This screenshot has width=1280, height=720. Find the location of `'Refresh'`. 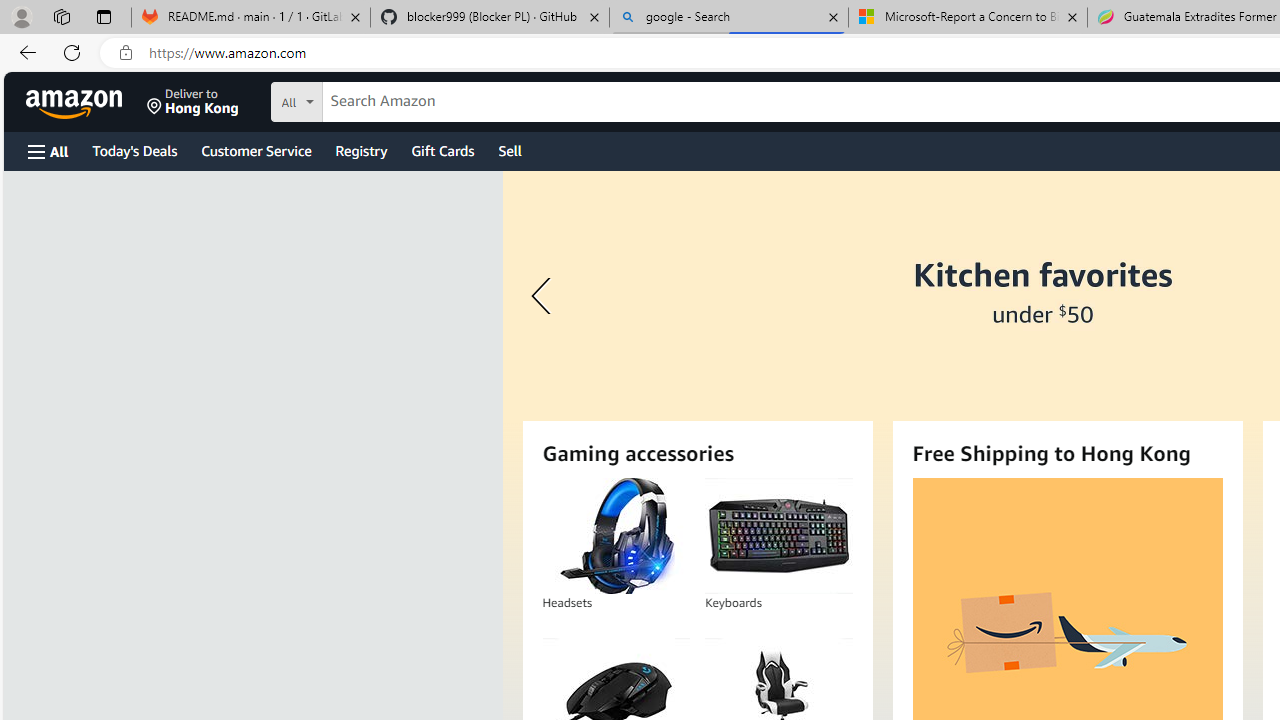

'Refresh' is located at coordinates (72, 51).